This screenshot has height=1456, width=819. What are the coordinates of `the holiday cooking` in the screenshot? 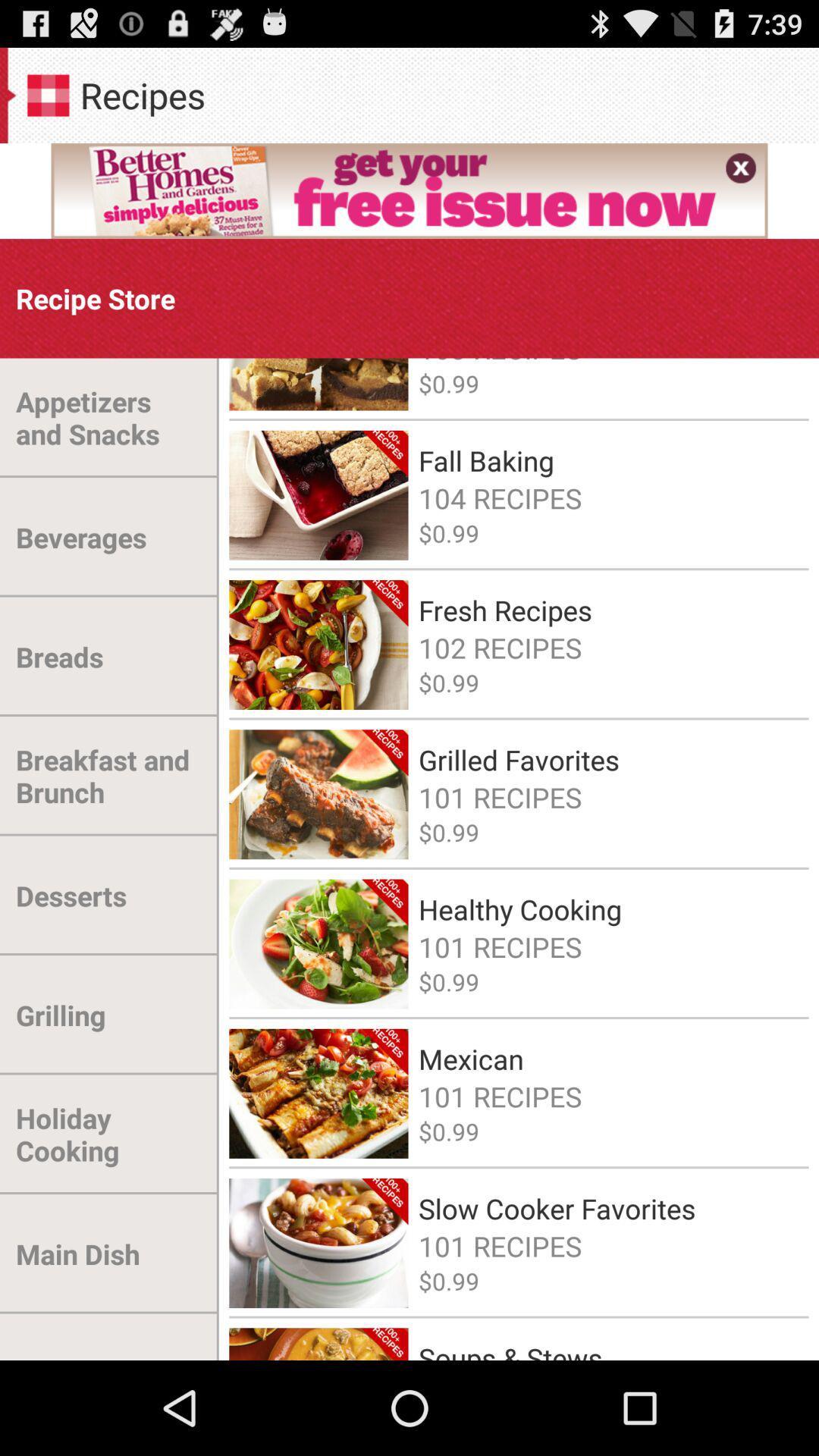 It's located at (108, 1134).